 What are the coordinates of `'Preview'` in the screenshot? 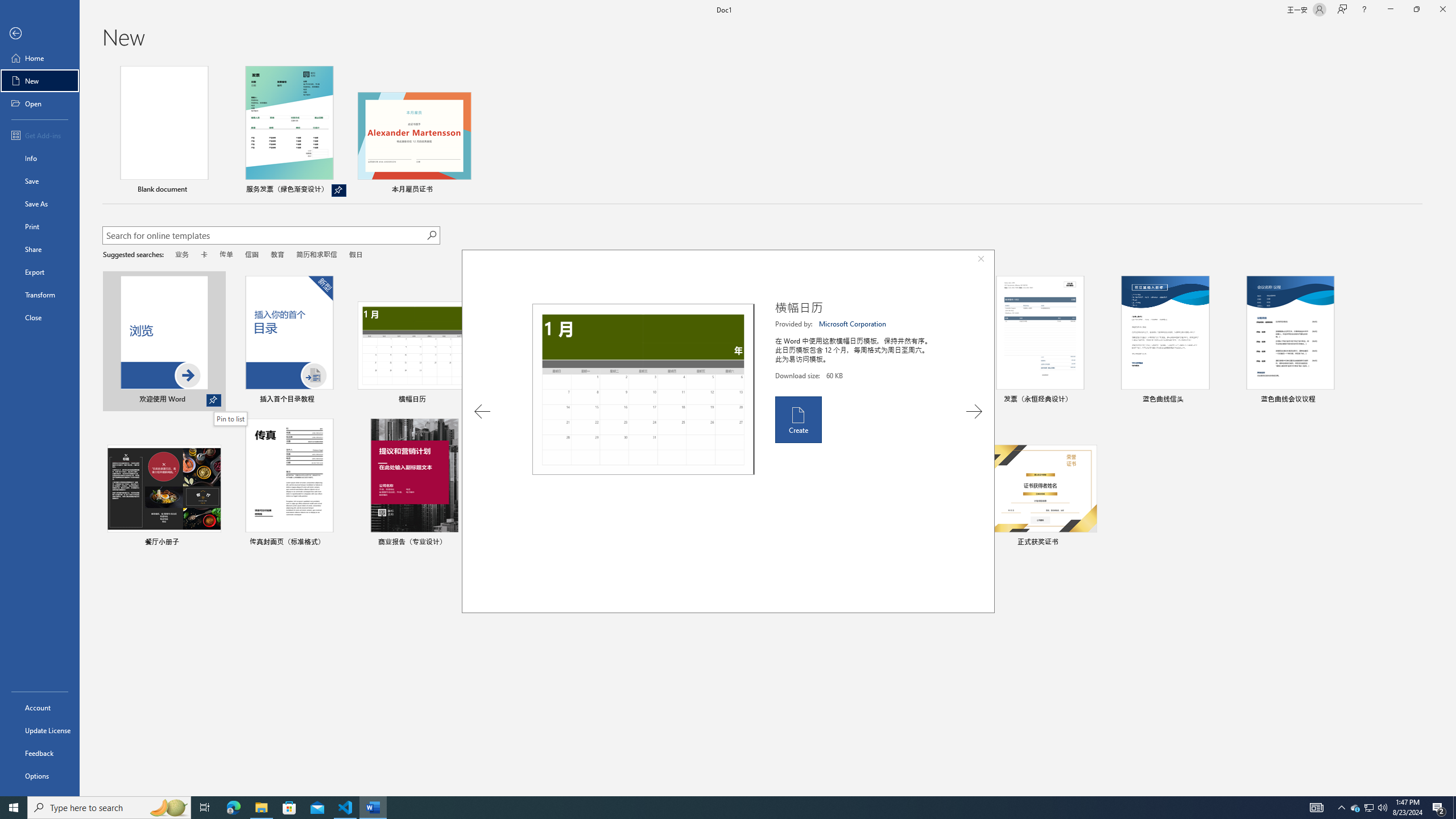 It's located at (643, 388).